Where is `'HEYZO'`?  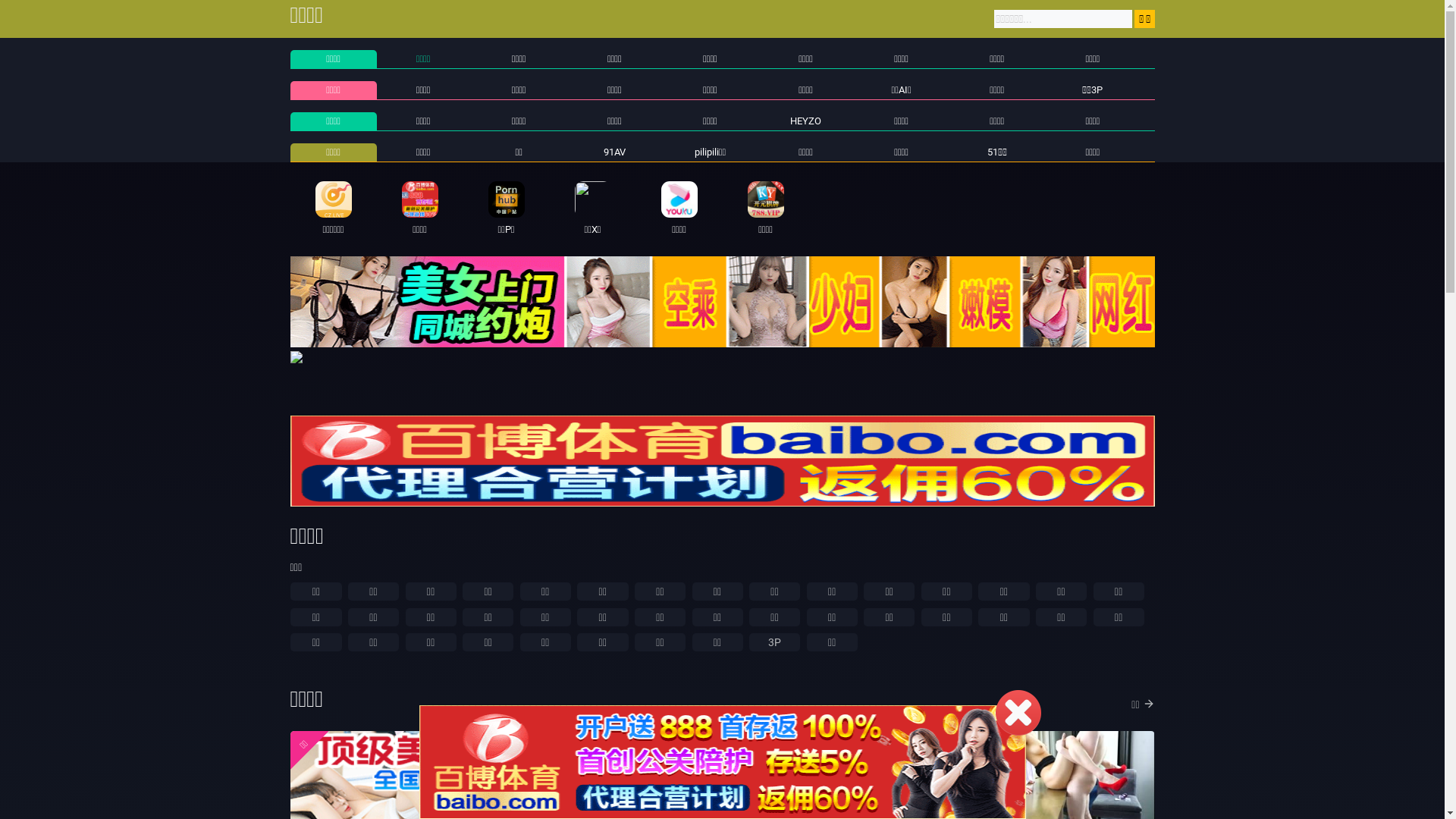
'HEYZO' is located at coordinates (805, 120).